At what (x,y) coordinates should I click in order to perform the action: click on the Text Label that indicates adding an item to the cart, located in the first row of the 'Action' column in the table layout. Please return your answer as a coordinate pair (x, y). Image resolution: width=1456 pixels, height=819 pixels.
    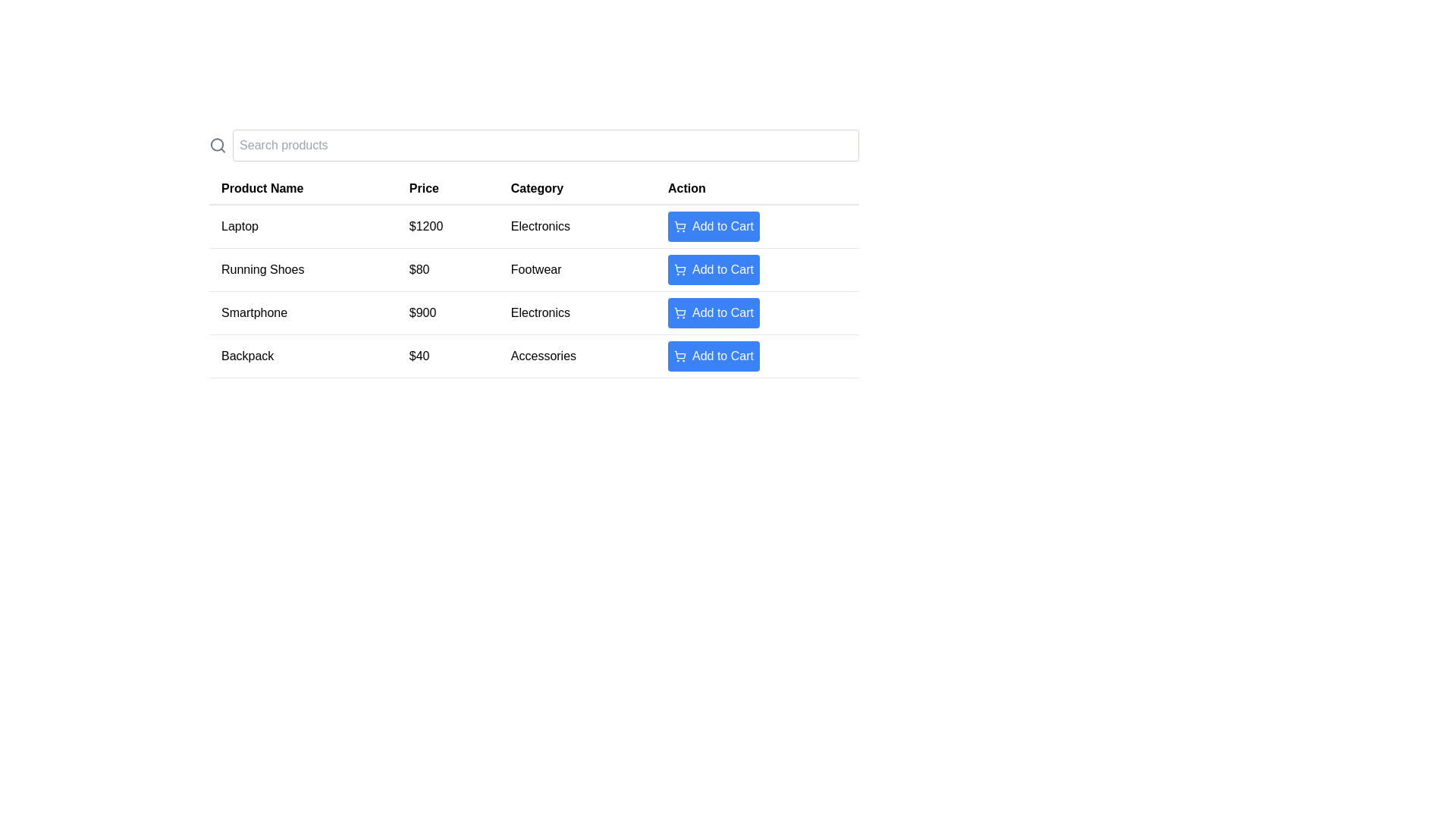
    Looking at the image, I should click on (722, 227).